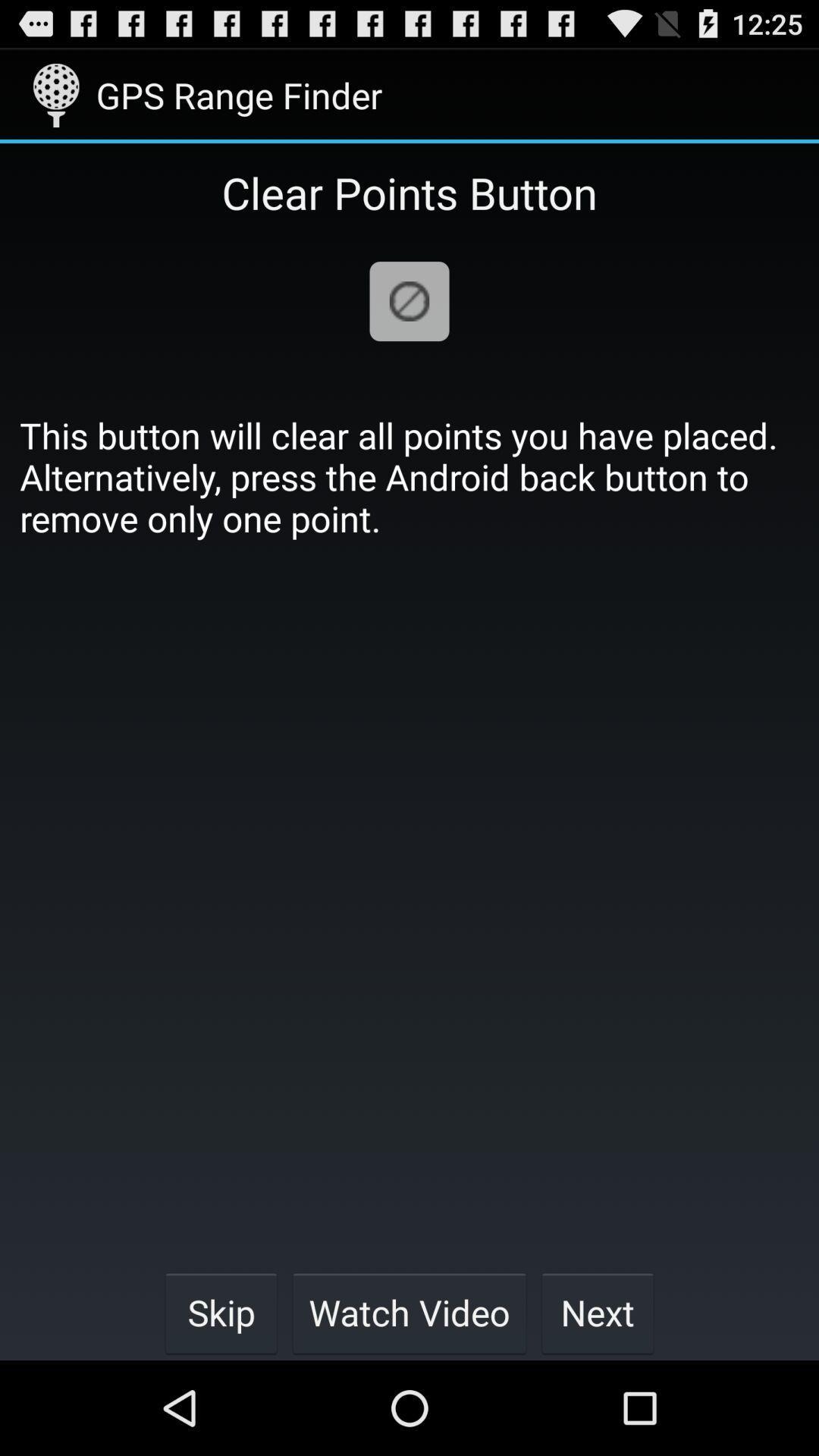  What do you see at coordinates (597, 1312) in the screenshot?
I see `item below the this button will icon` at bounding box center [597, 1312].